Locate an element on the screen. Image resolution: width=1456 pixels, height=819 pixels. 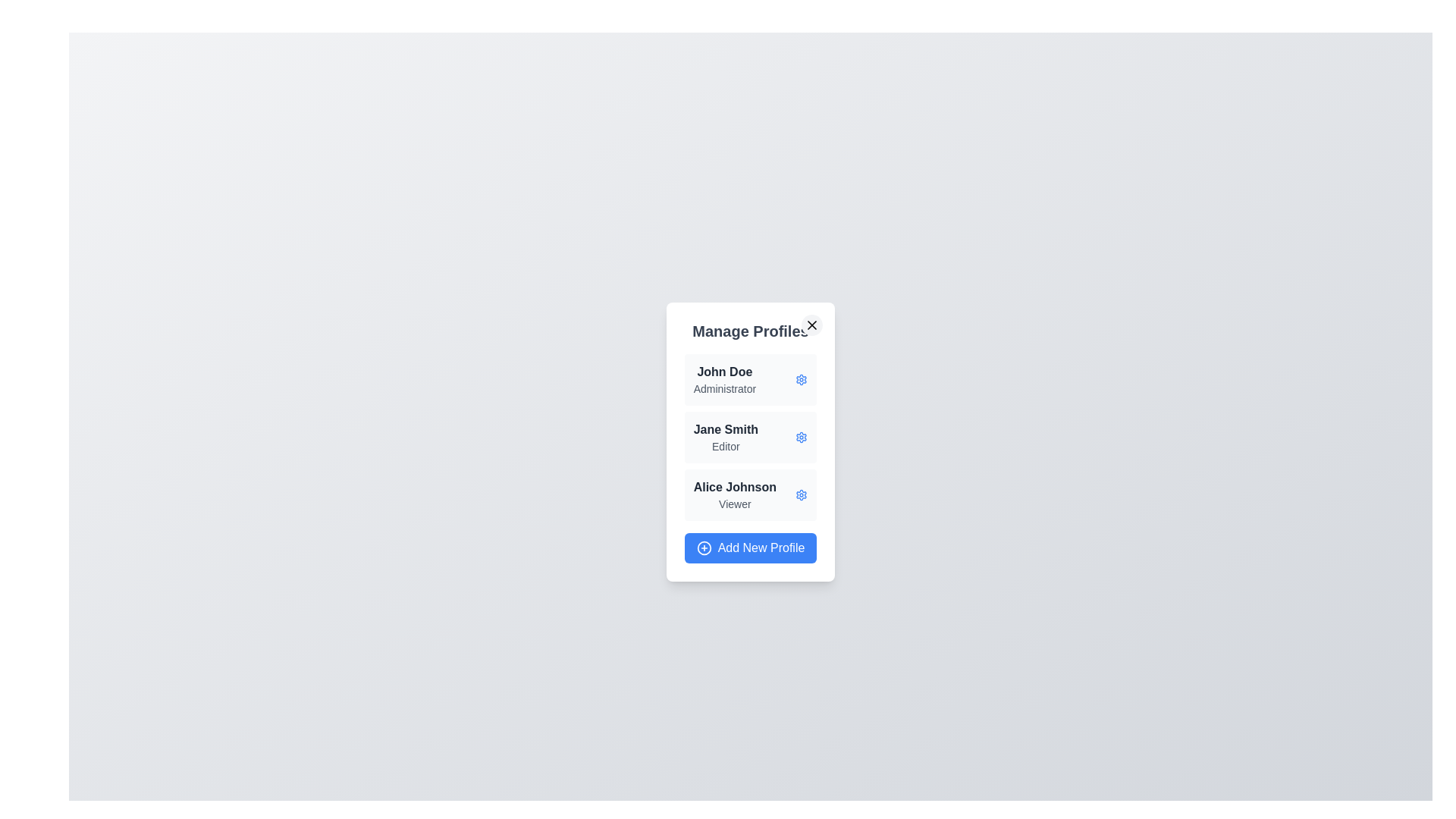
'Add New Profile' button is located at coordinates (750, 548).